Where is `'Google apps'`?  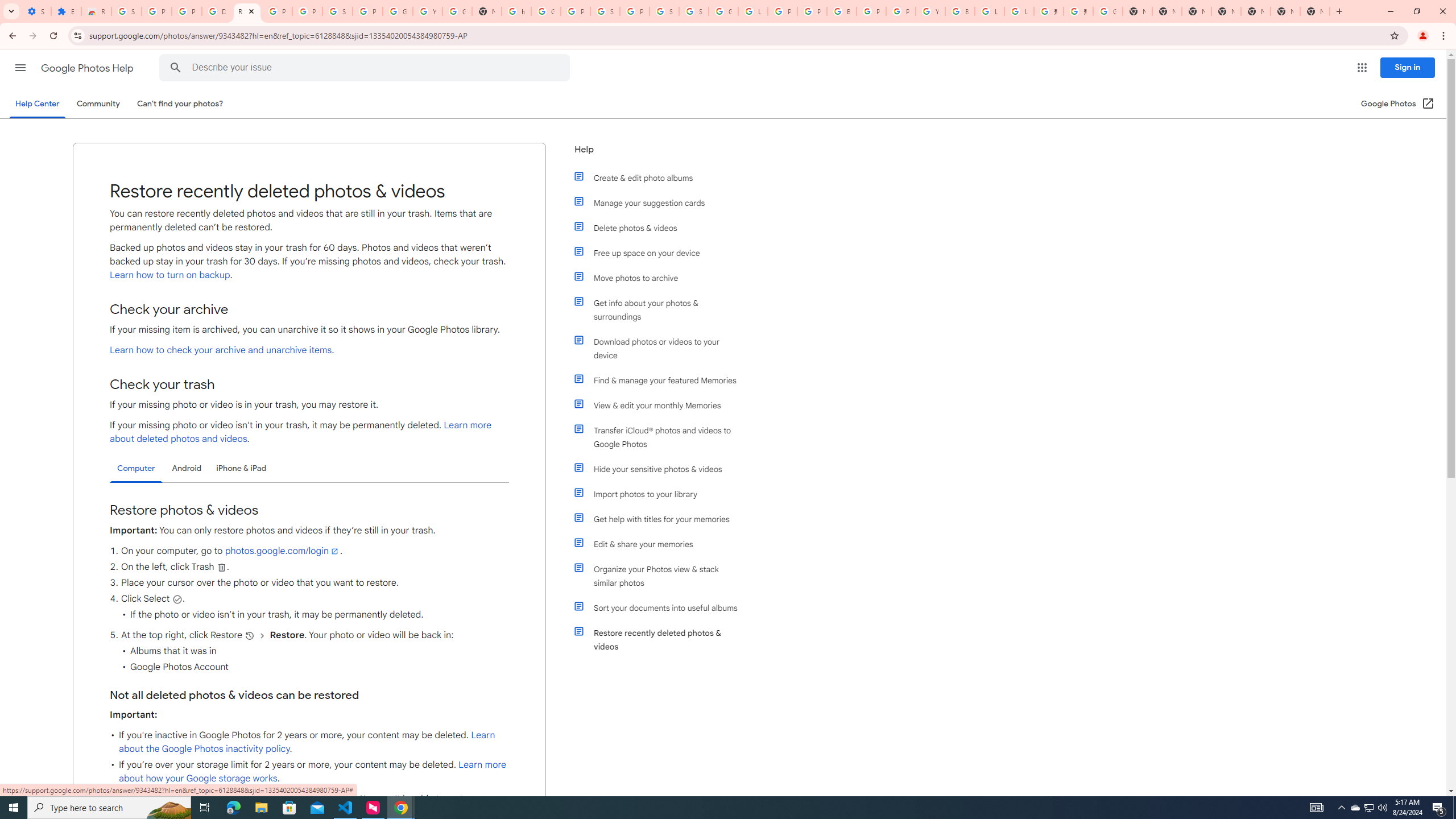 'Google apps' is located at coordinates (1361, 67).